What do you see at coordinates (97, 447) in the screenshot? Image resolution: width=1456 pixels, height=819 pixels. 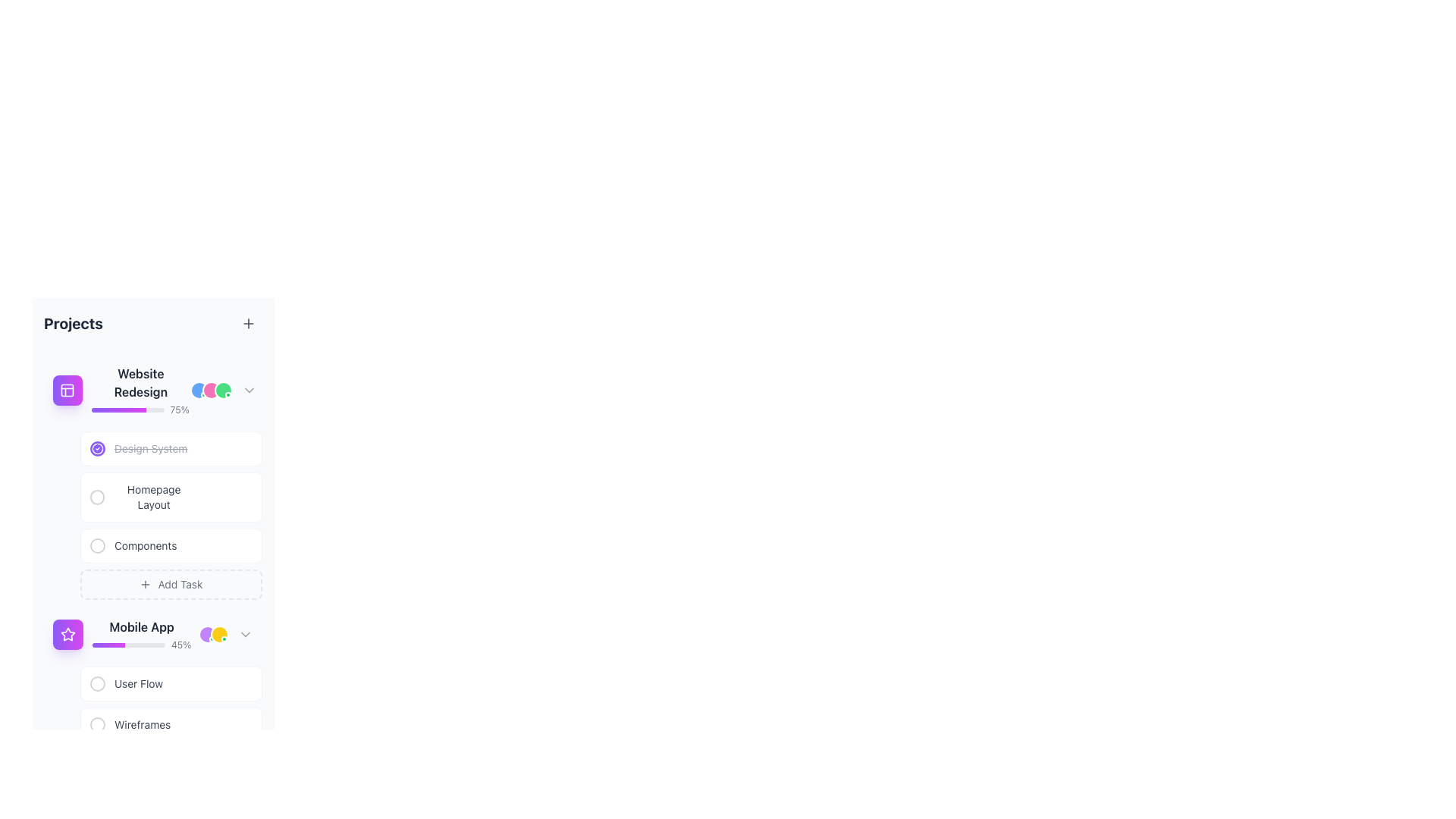 I see `the central circular SVG element styled as a circle-check icon located in the left sidebar next to task group labels` at bounding box center [97, 447].